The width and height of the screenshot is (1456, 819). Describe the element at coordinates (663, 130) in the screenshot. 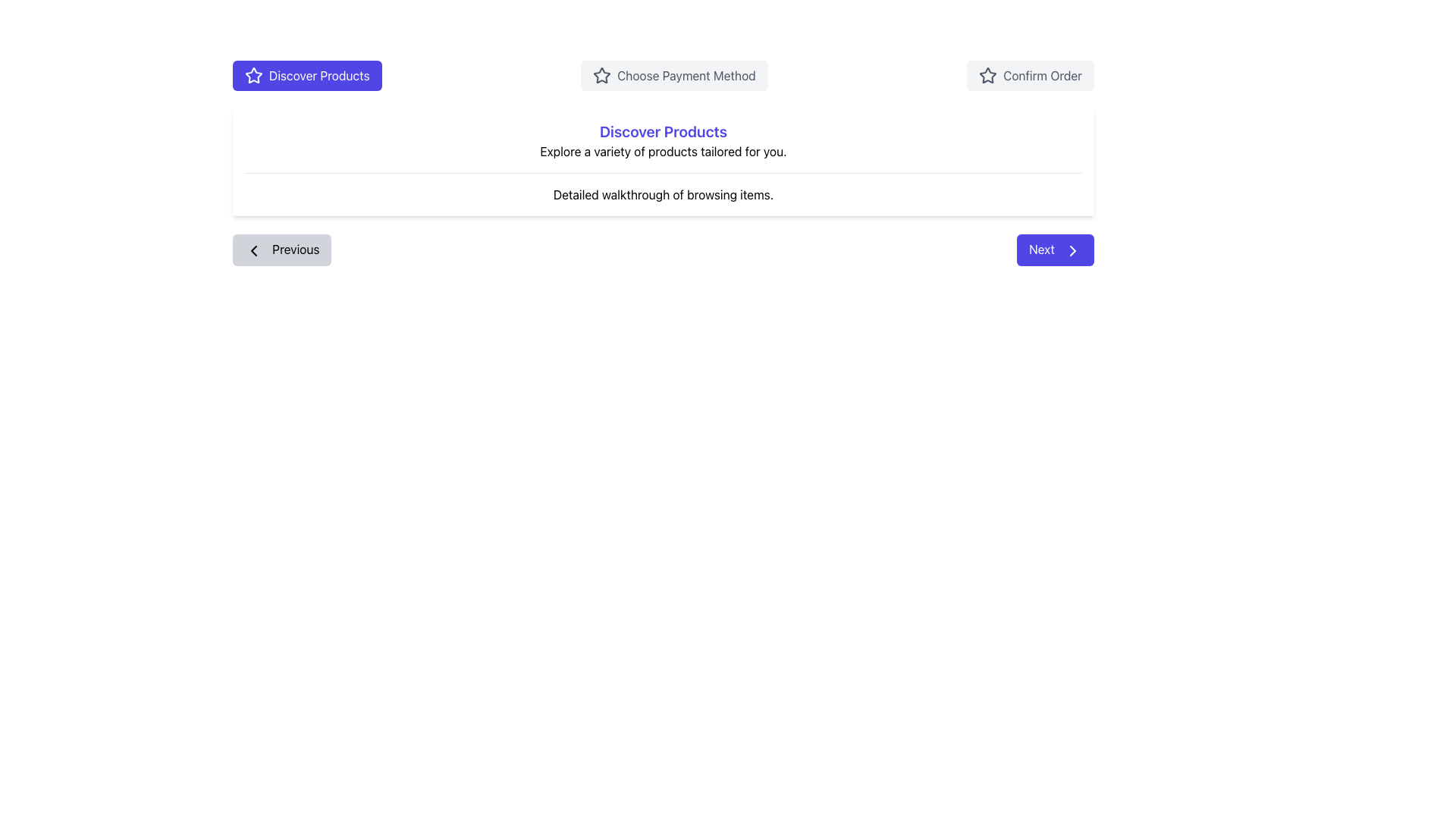

I see `text label that says 'Discover Products', which is styled in bold indigo font and is positioned as the header in the center of a card-like section` at that location.